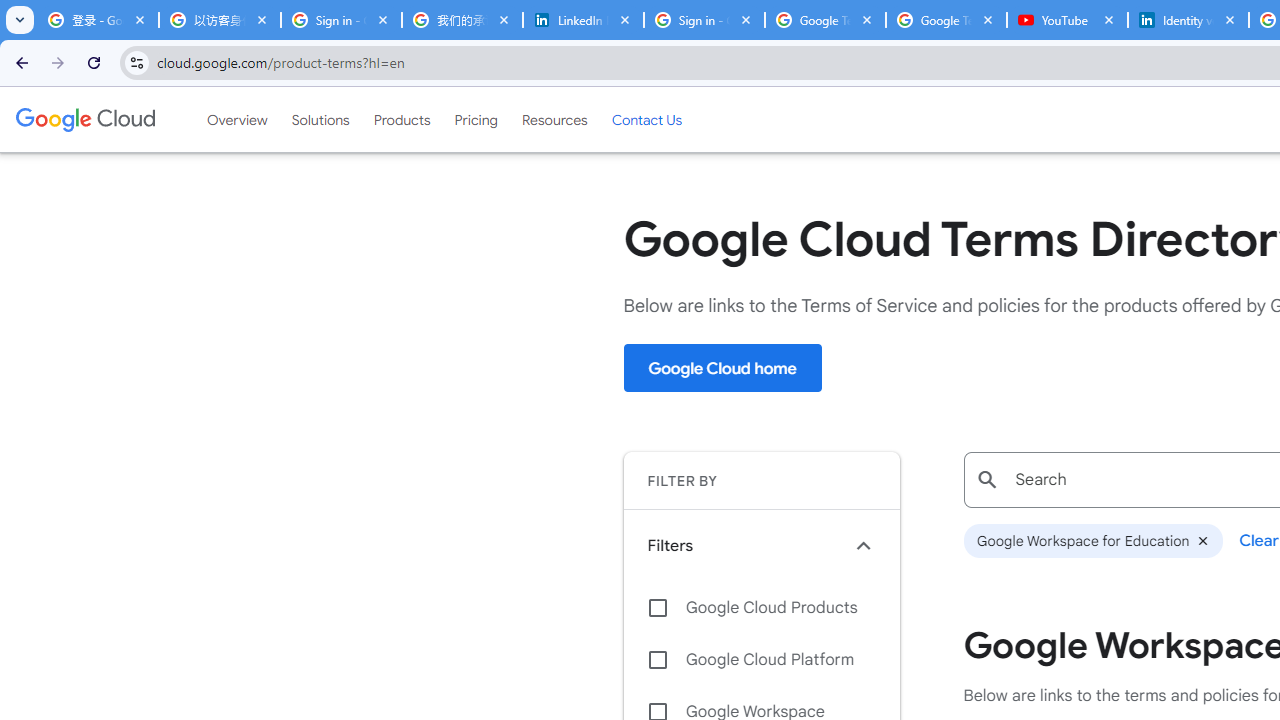  I want to click on 'Google Cloud', so click(84, 119).